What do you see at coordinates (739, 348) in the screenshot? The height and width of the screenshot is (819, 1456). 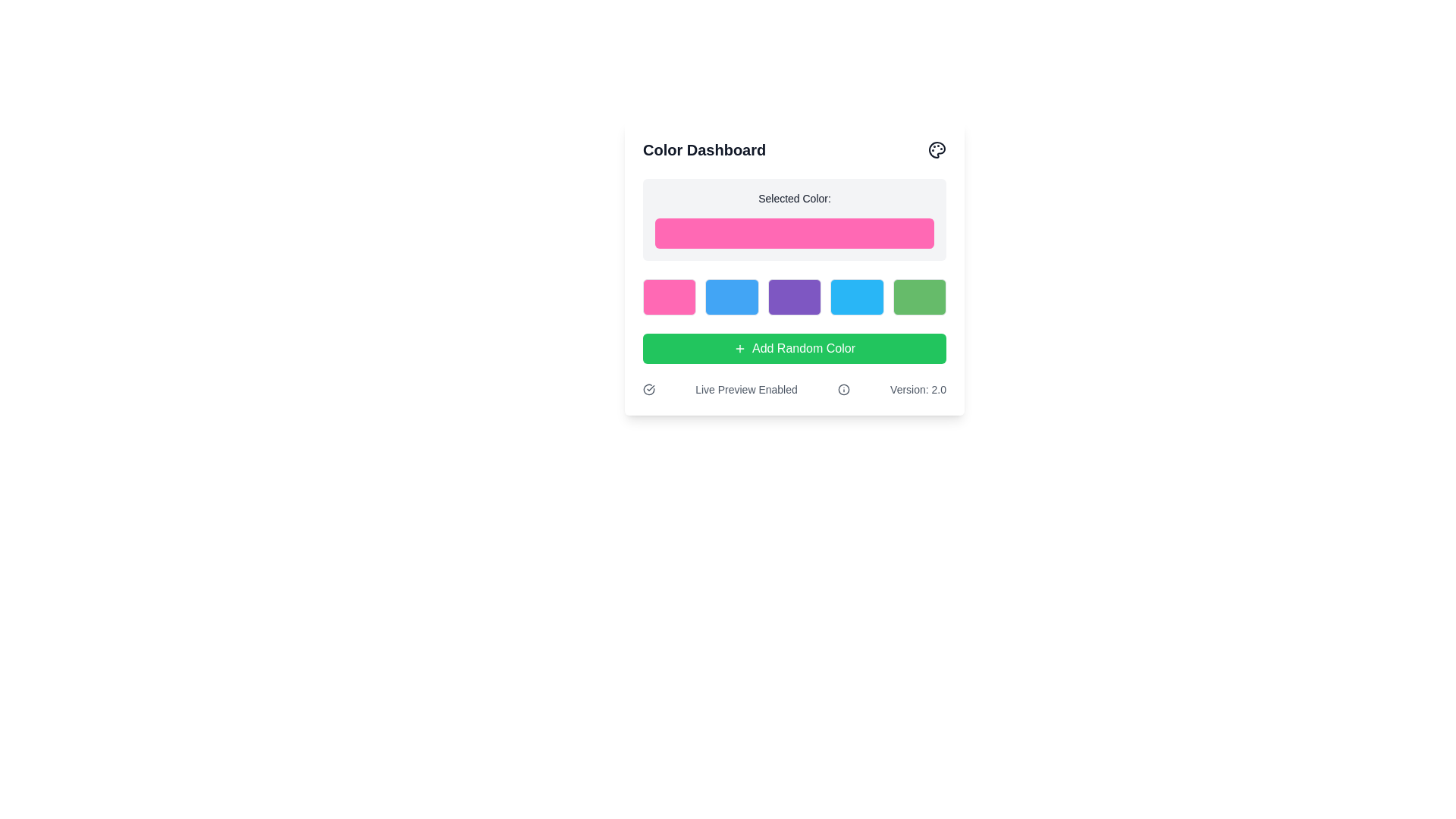 I see `the small, centered icon with a plus symbol located within the bright green button labeled 'Add Random Color'` at bounding box center [739, 348].